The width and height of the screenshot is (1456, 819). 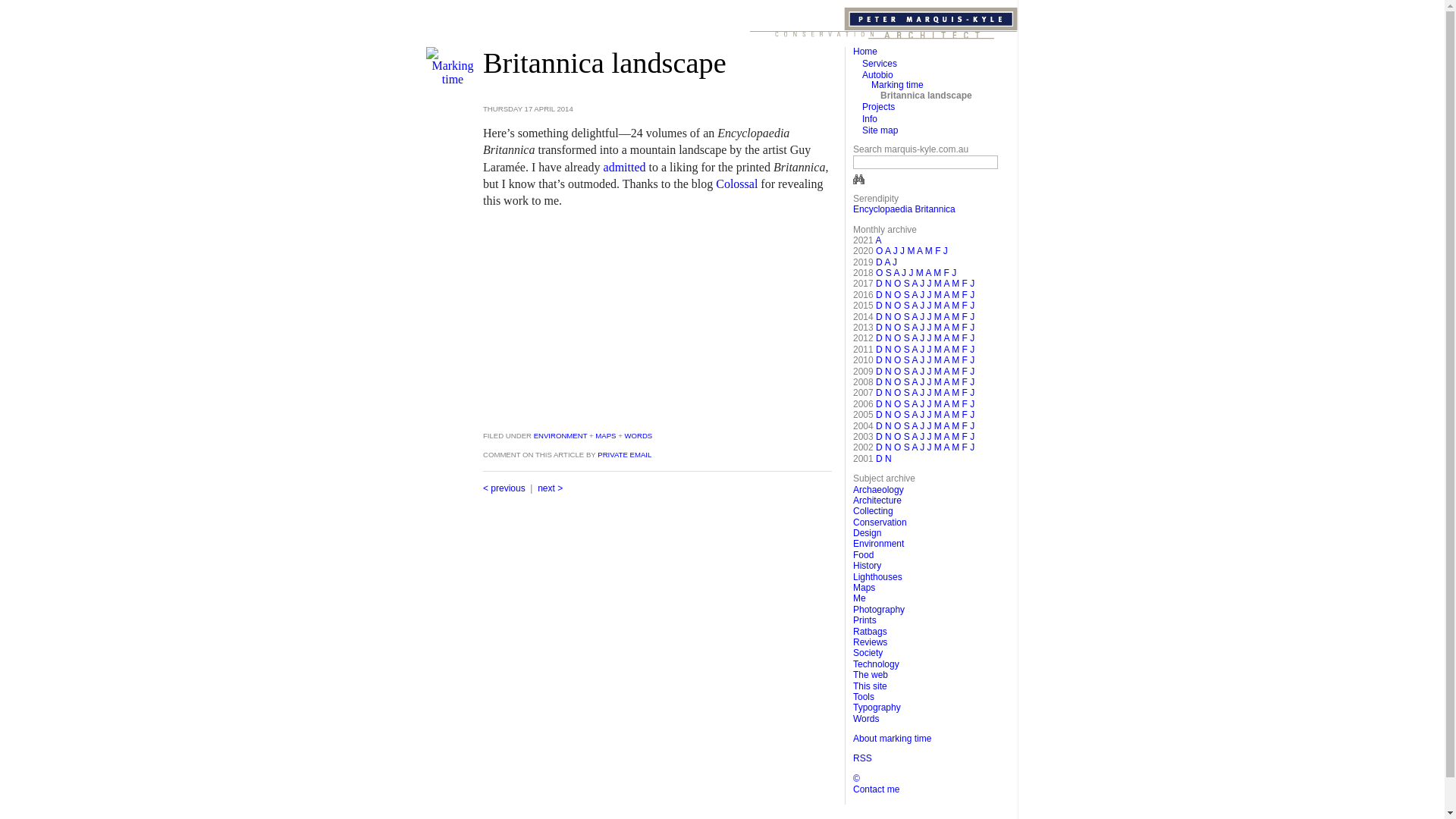 What do you see at coordinates (880, 63) in the screenshot?
I see `'Services'` at bounding box center [880, 63].